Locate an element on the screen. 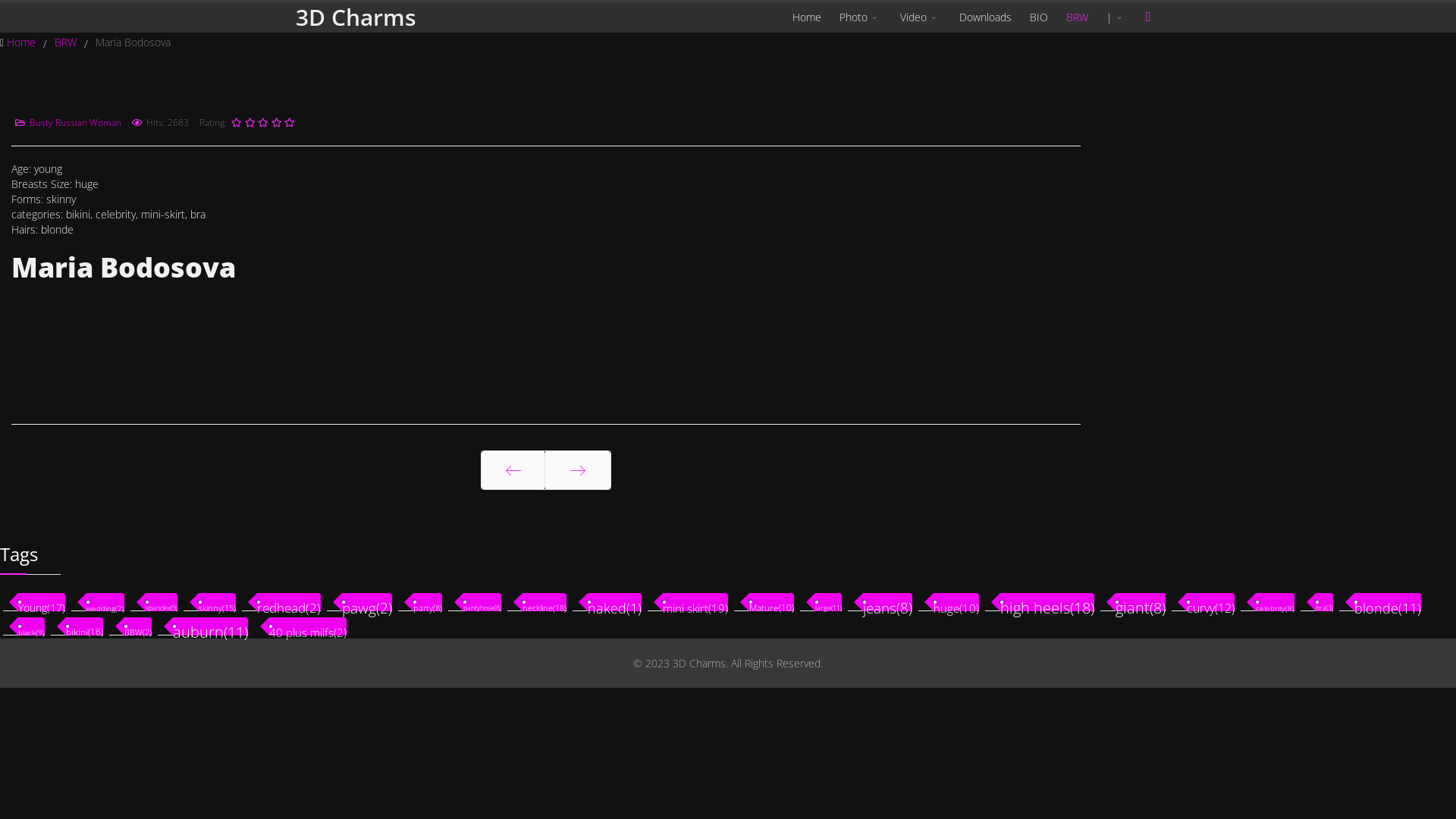 This screenshot has height=819, width=1456. 'mini skirt(19)' is located at coordinates (694, 601).